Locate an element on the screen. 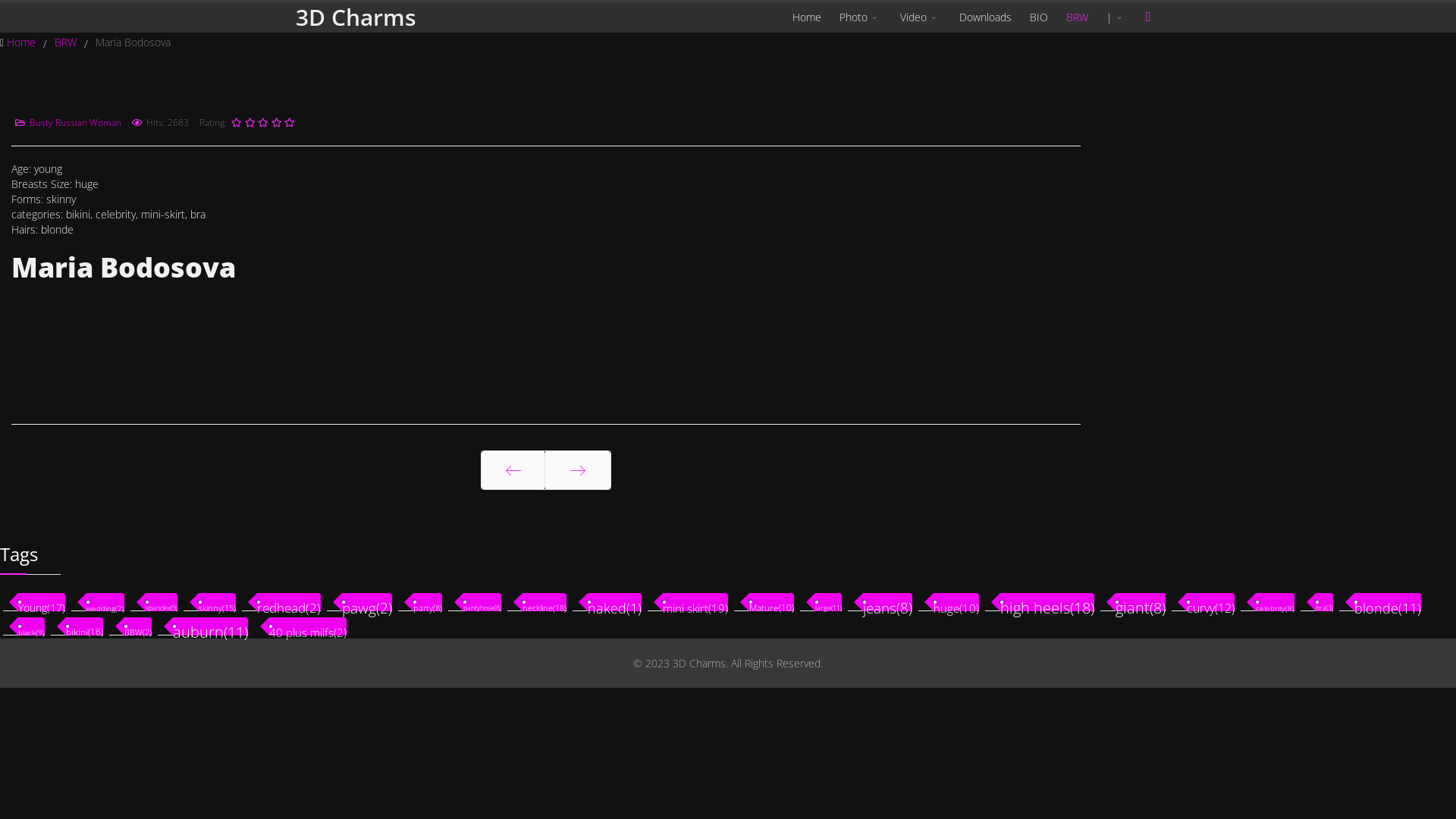 This screenshot has height=819, width=1456. 'mini skirt(19)' is located at coordinates (694, 601).